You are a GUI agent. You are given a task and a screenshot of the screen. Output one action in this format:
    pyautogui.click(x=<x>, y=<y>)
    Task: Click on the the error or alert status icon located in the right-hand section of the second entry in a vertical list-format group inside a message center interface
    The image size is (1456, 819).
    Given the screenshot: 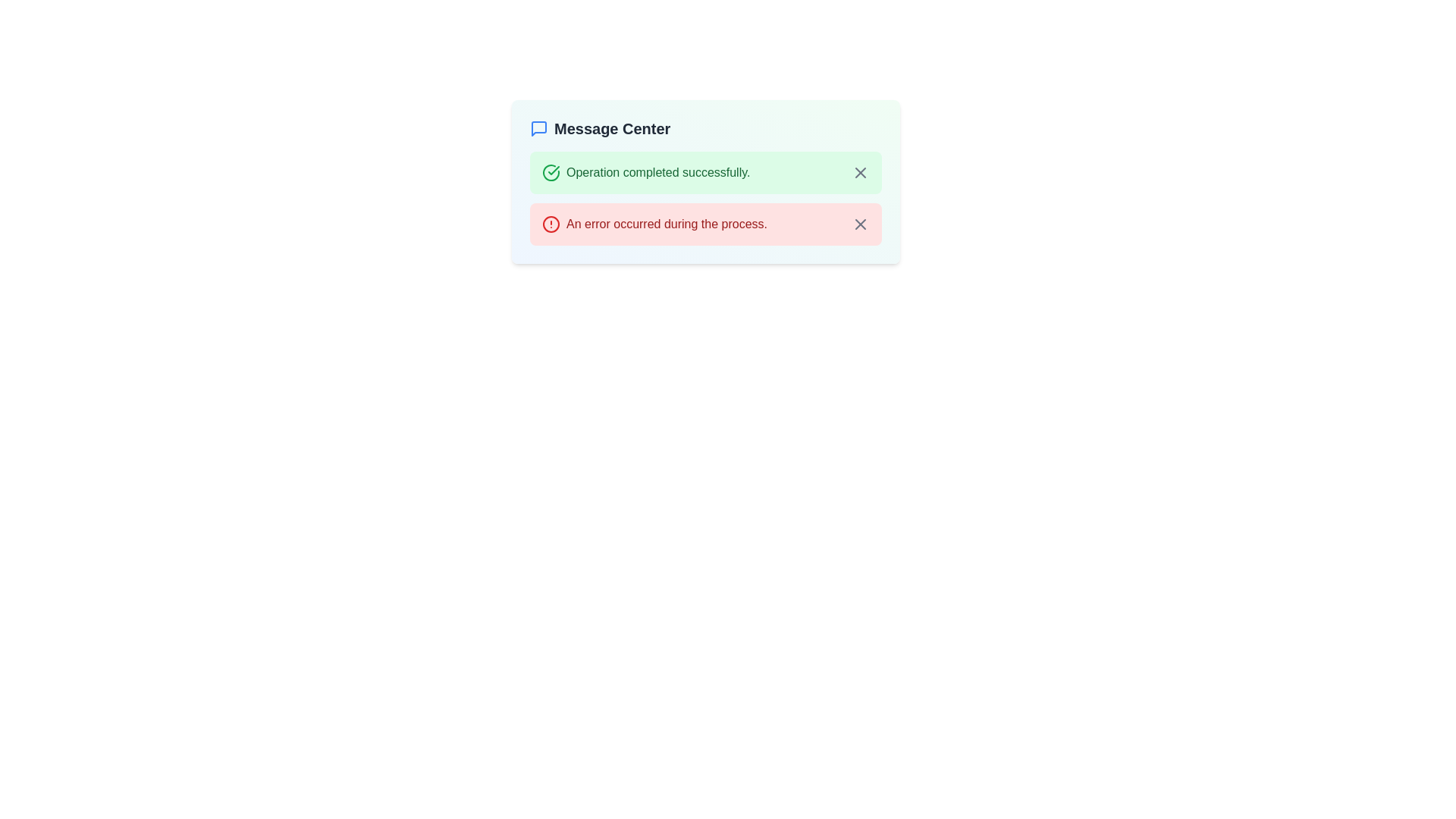 What is the action you would take?
    pyautogui.click(x=550, y=224)
    